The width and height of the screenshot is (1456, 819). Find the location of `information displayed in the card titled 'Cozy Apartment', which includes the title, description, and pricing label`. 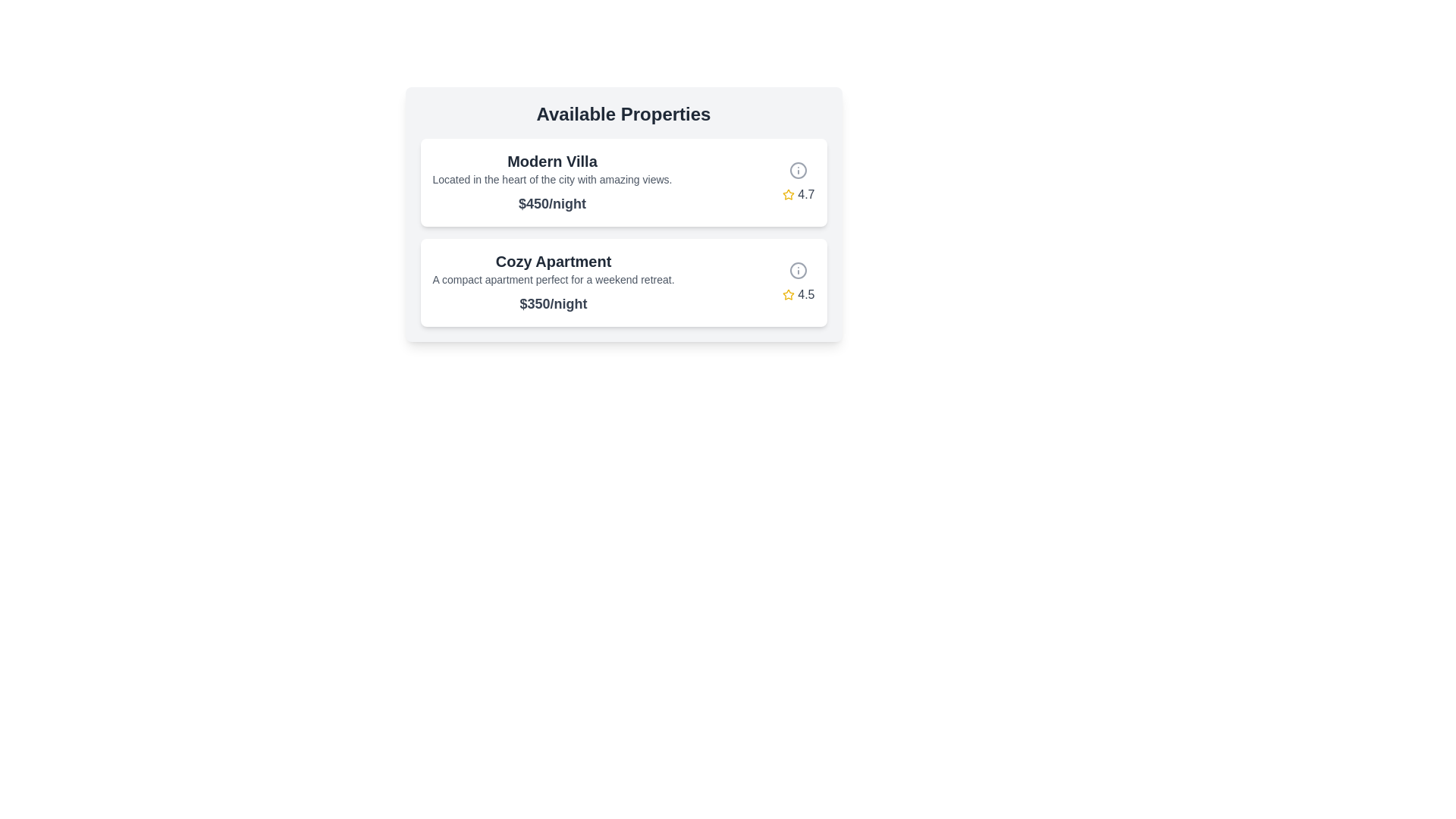

information displayed in the card titled 'Cozy Apartment', which includes the title, description, and pricing label is located at coordinates (552, 283).